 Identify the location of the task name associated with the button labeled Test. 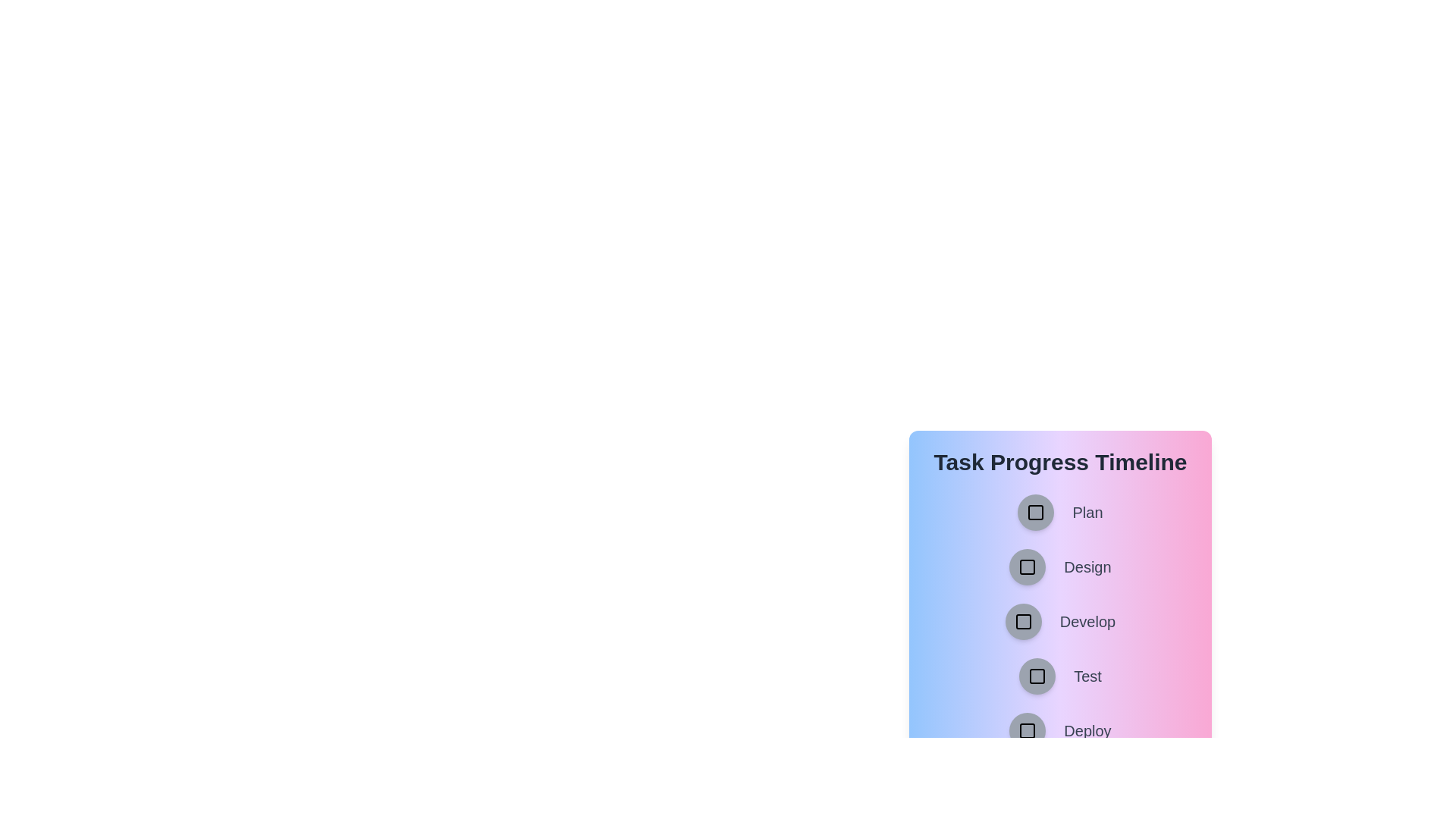
(1087, 675).